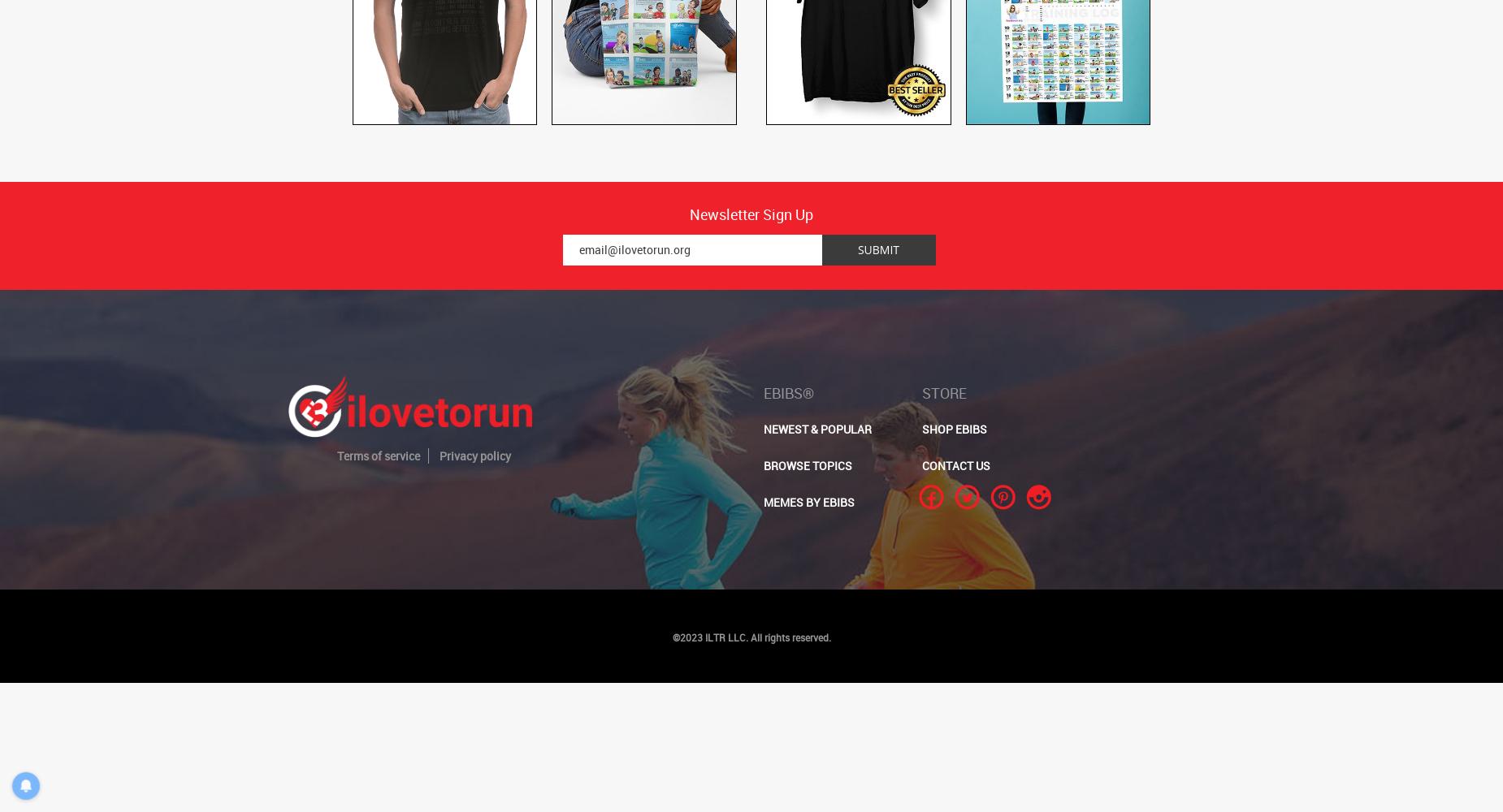 The width and height of the screenshot is (1503, 812). Describe the element at coordinates (808, 501) in the screenshot. I see `'MEMES BY EBIBS'` at that location.